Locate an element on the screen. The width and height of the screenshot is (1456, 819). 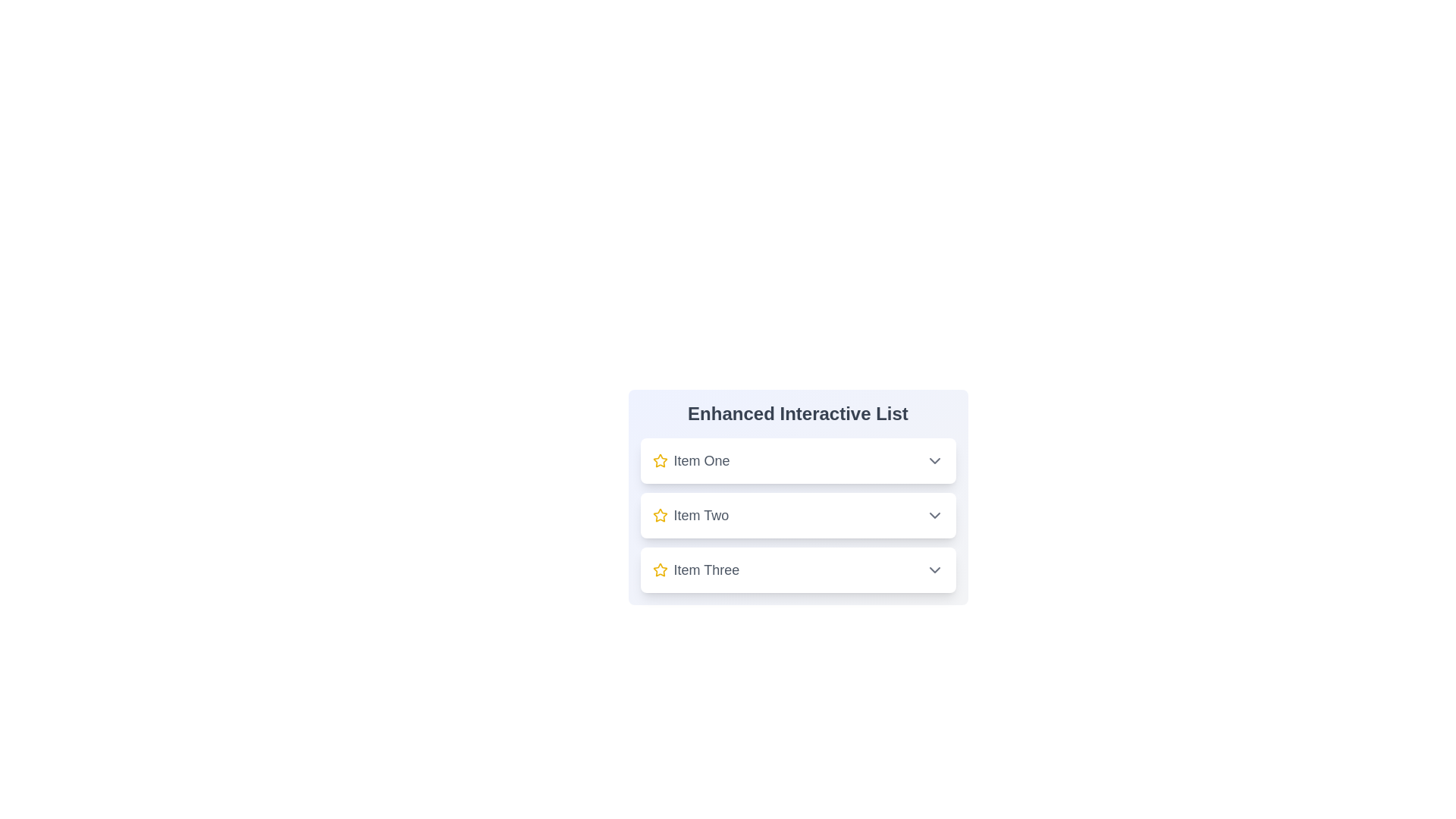
star icon next to Item Two to perform the action is located at coordinates (660, 514).